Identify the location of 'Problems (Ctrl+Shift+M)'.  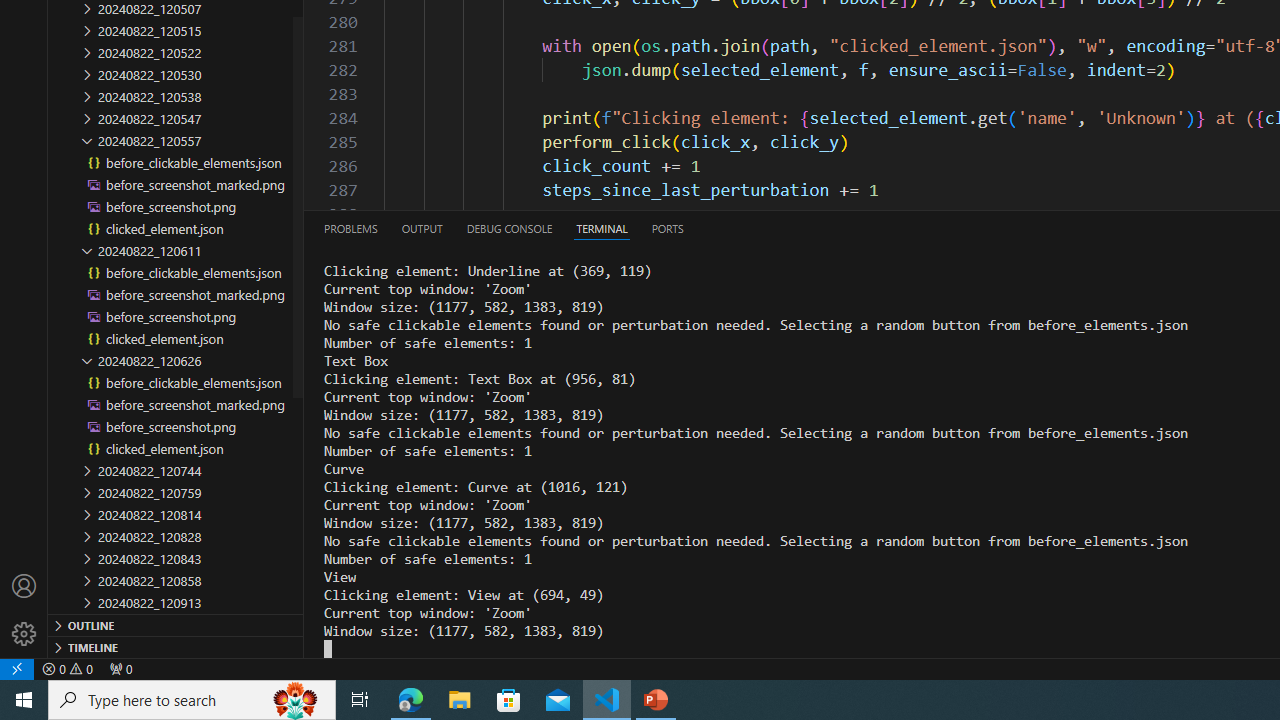
(351, 227).